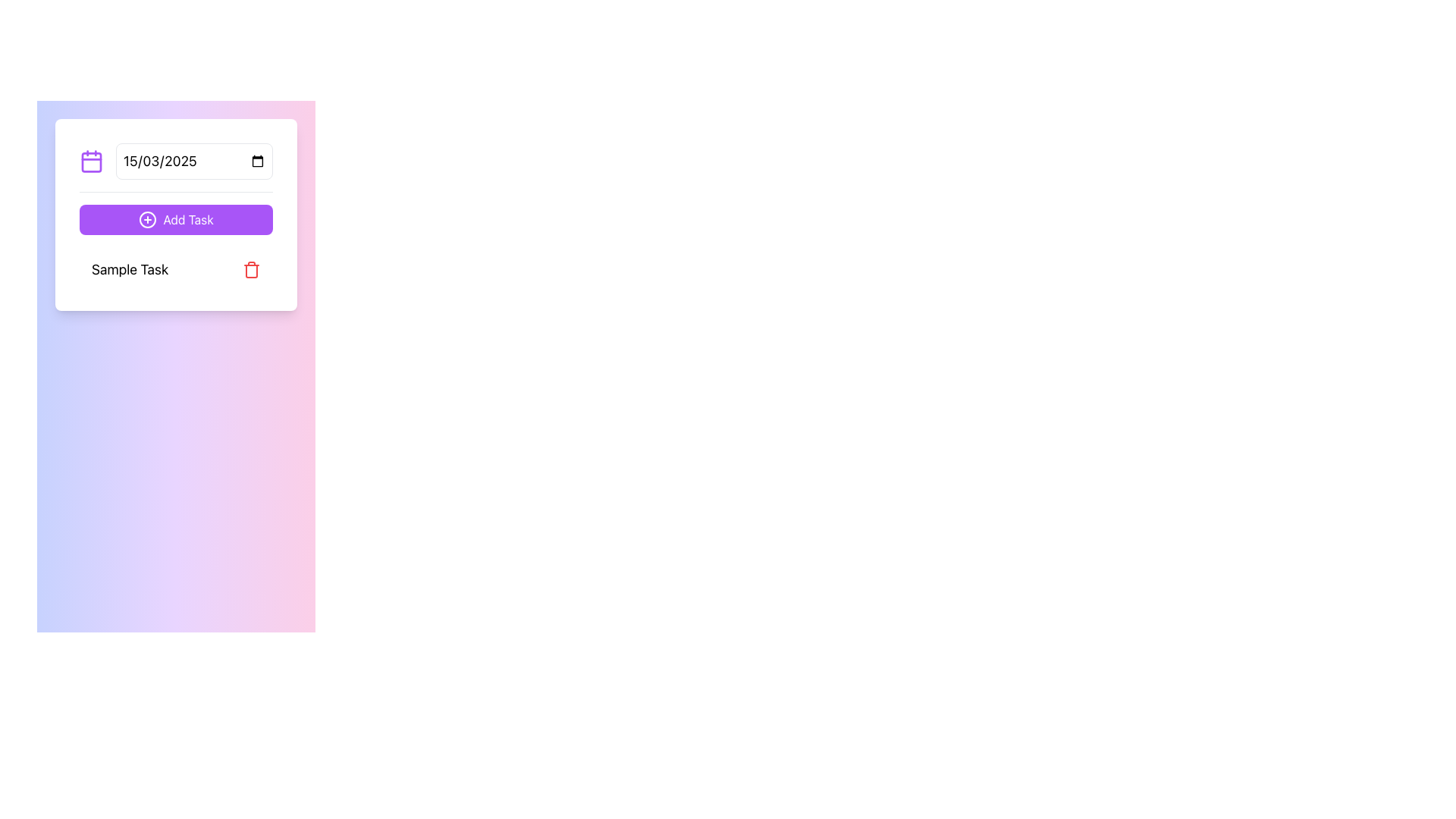  I want to click on the 'Add Task' button, which has a purple background and white text with a circular plus icon, to observe its hover effect, so click(176, 219).